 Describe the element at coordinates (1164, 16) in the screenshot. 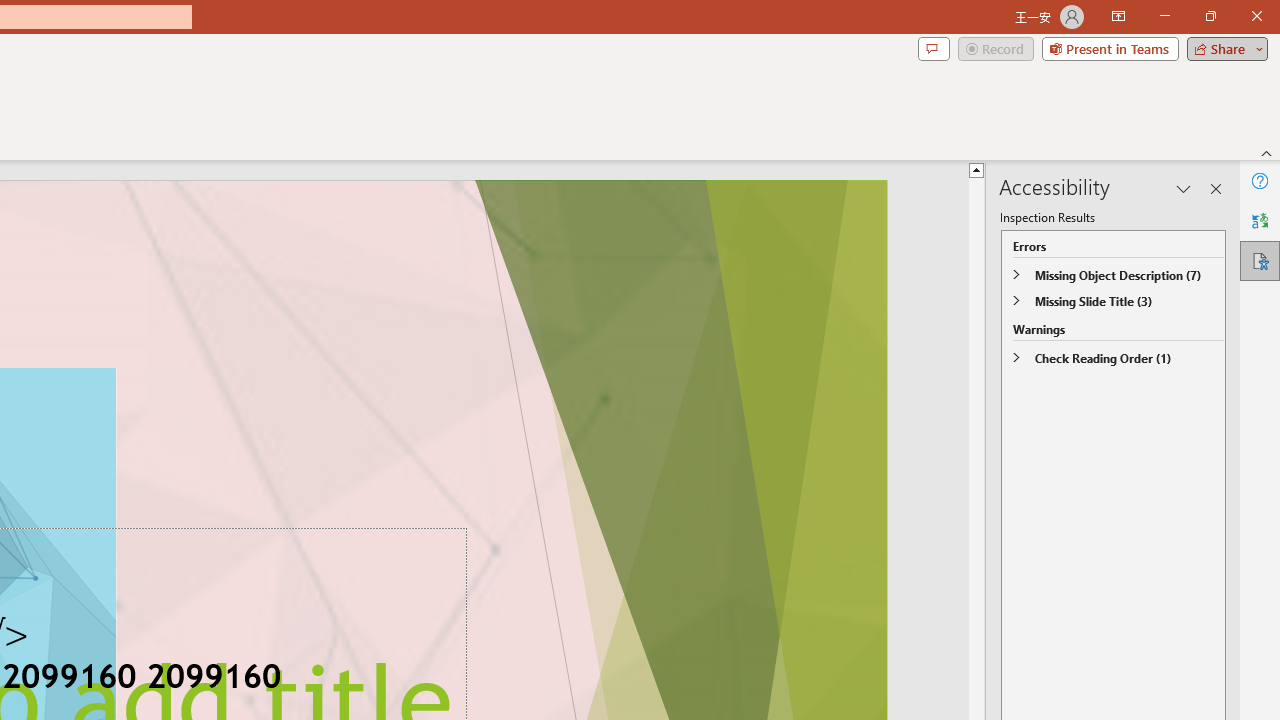

I see `'Minimize'` at that location.